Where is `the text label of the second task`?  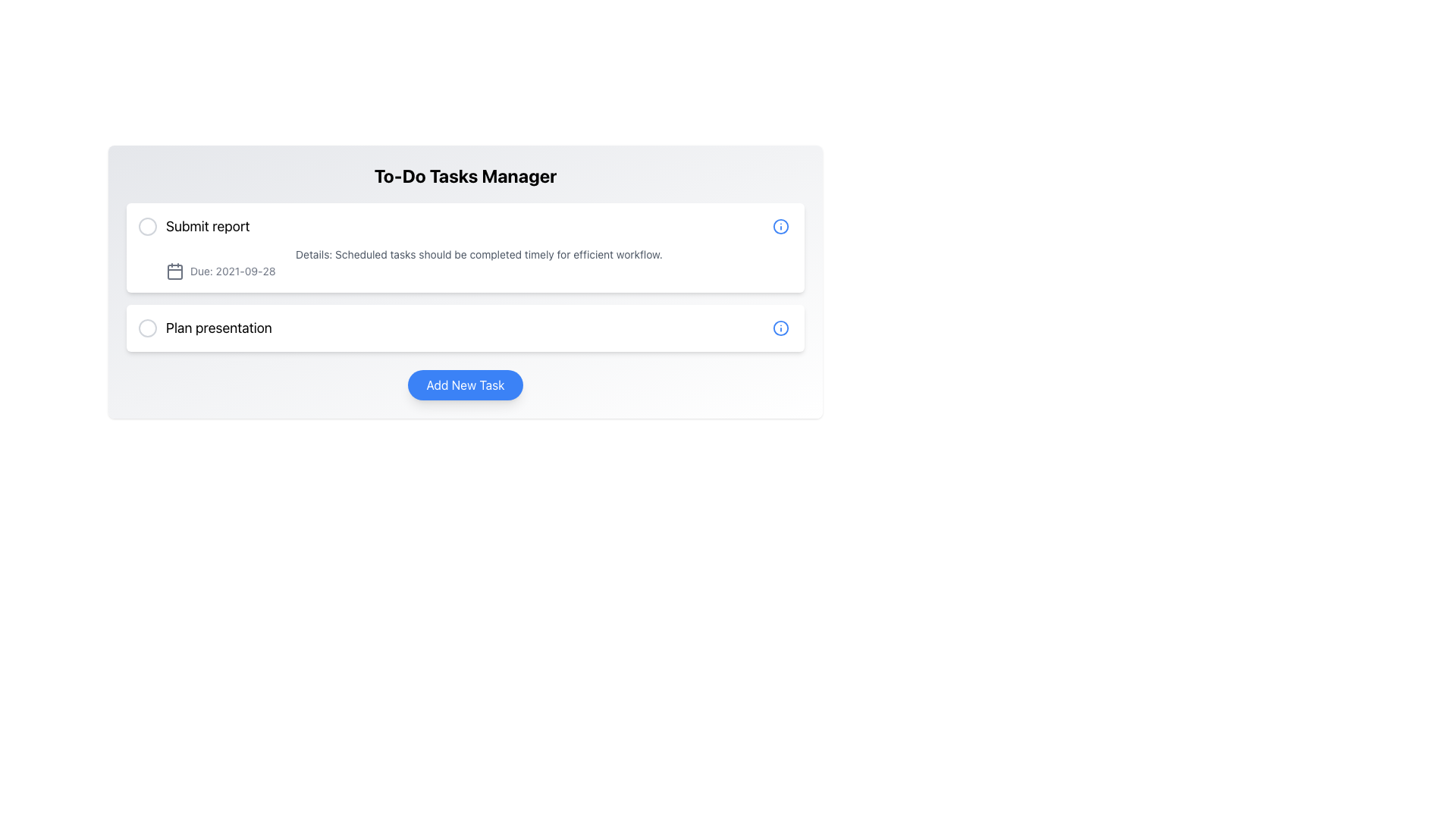
the text label of the second task is located at coordinates (204, 327).